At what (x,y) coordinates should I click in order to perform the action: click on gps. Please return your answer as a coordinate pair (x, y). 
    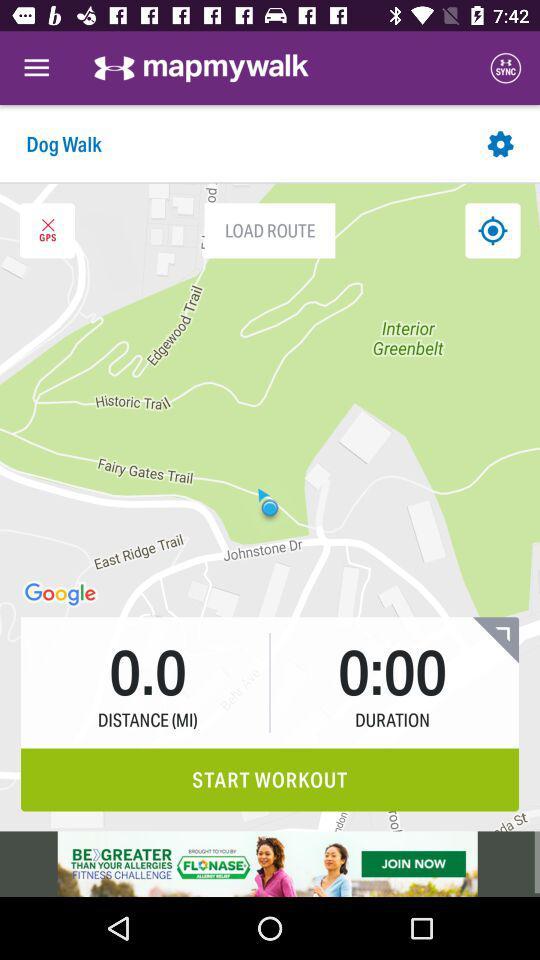
    Looking at the image, I should click on (47, 230).